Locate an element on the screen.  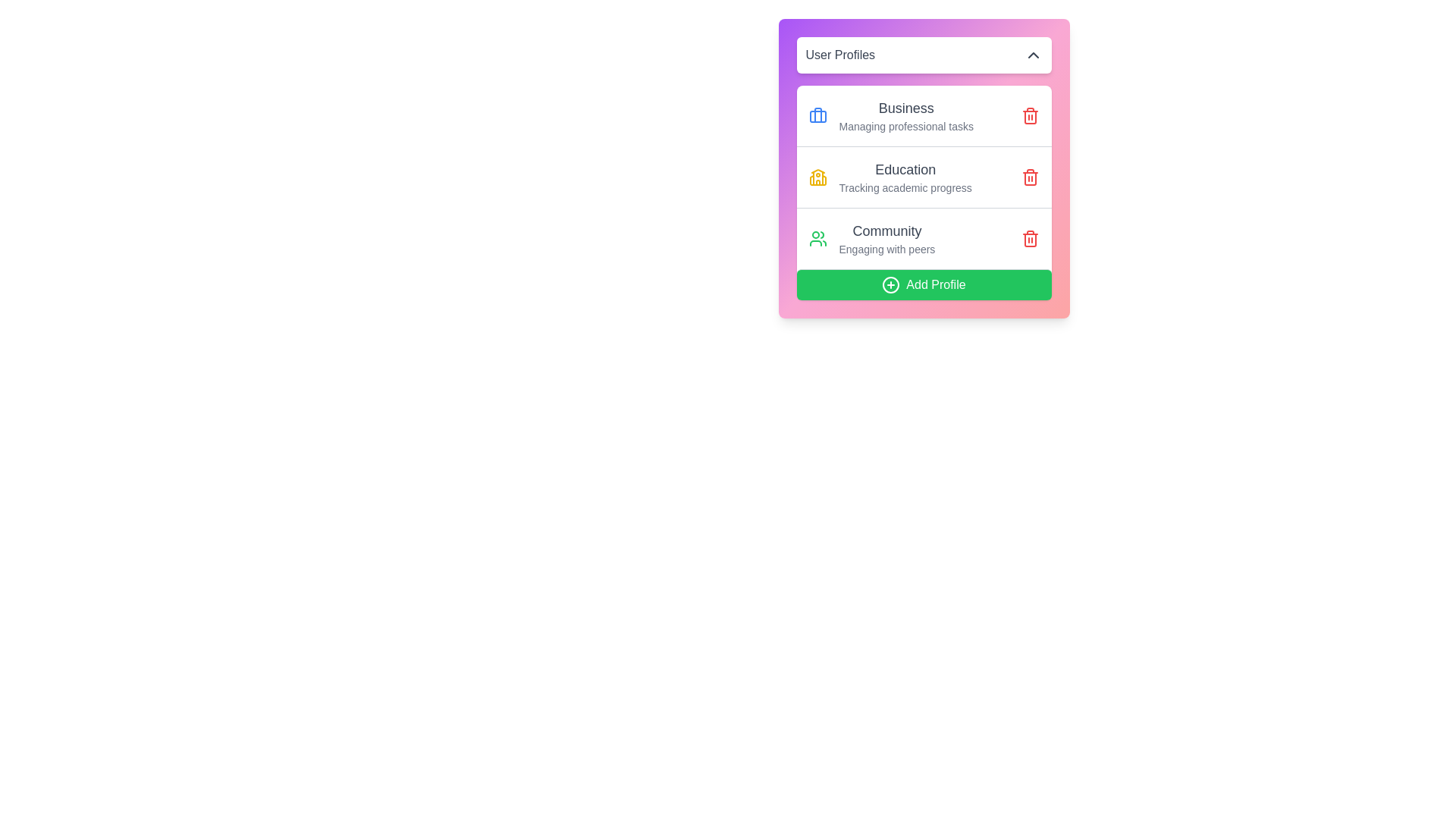
the text label reading 'Engaging with peers', which is styled with a small font size and gray color, positioned below the 'Community' label in the profile categories list is located at coordinates (886, 248).